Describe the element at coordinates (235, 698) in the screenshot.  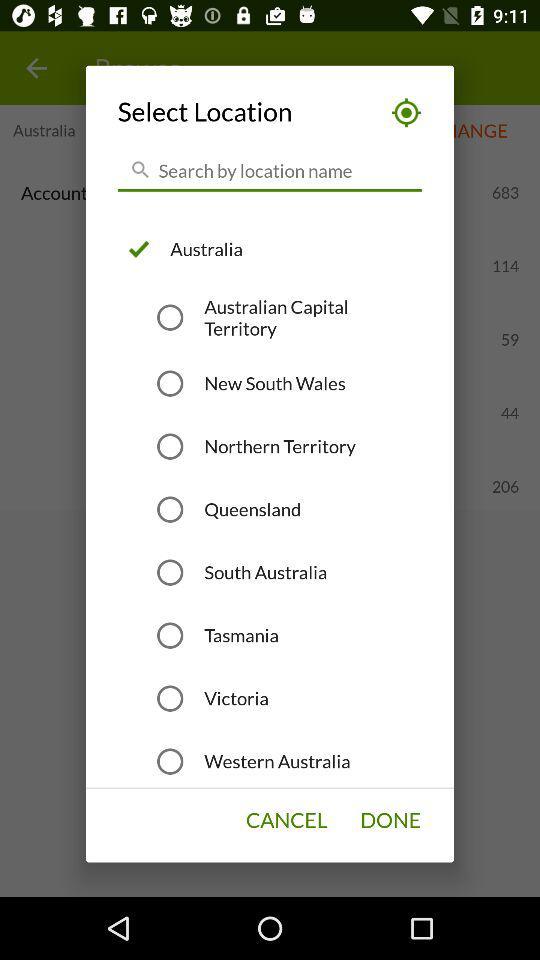
I see `item below the tasmania` at that location.